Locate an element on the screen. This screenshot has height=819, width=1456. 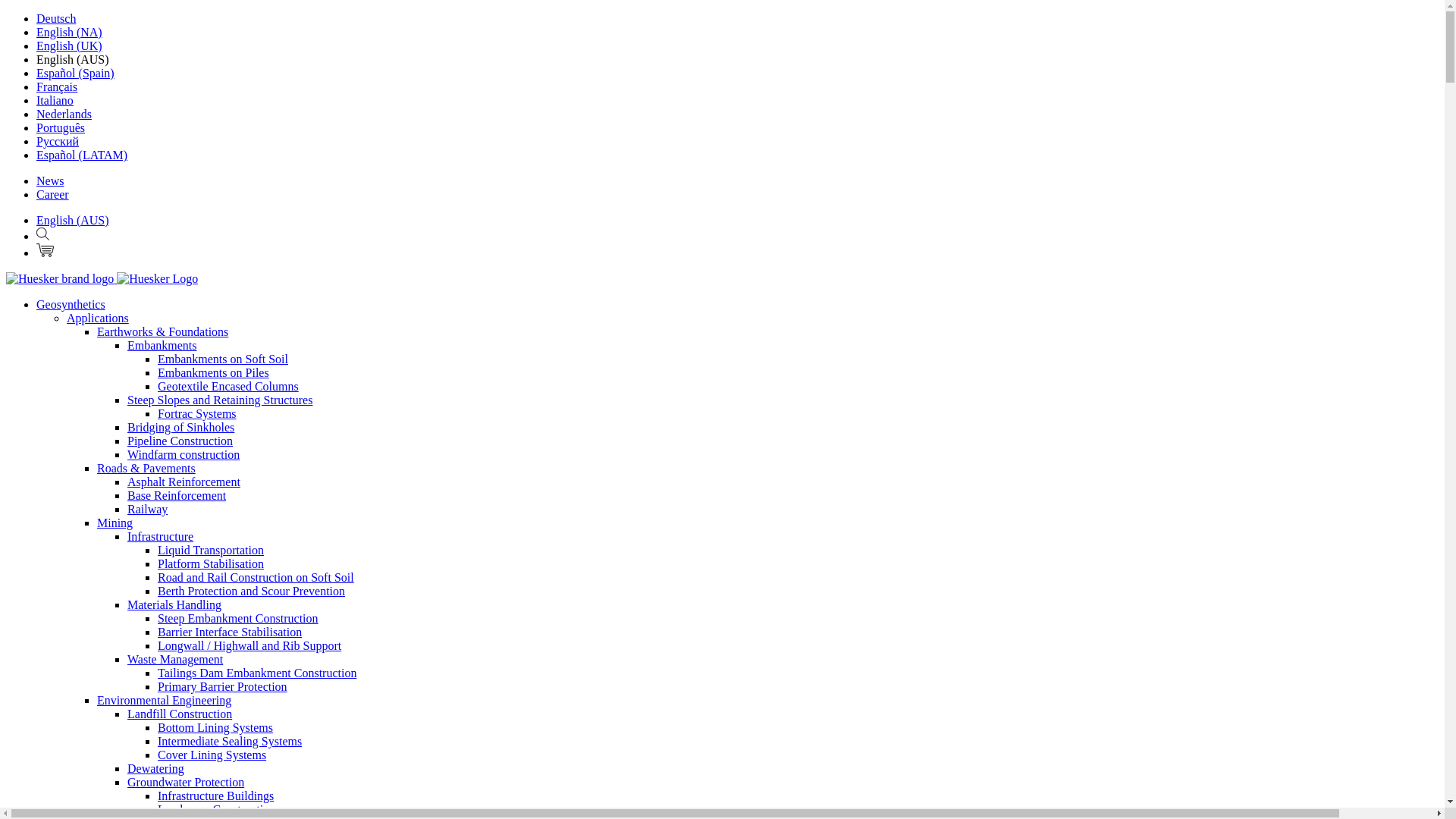
'Pipeline Construction' is located at coordinates (180, 441).